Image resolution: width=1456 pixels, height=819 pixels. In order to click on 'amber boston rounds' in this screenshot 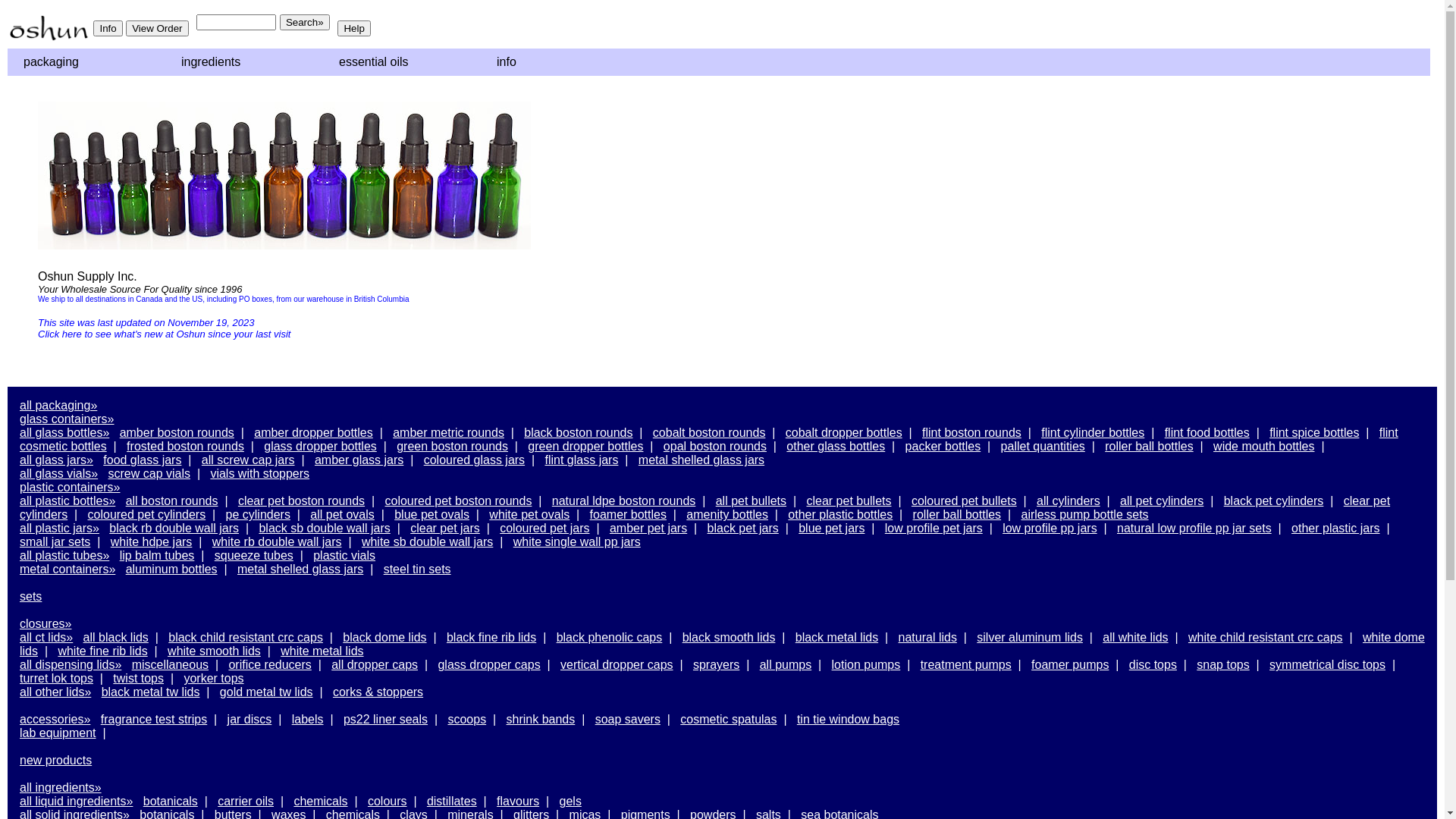, I will do `click(177, 432)`.